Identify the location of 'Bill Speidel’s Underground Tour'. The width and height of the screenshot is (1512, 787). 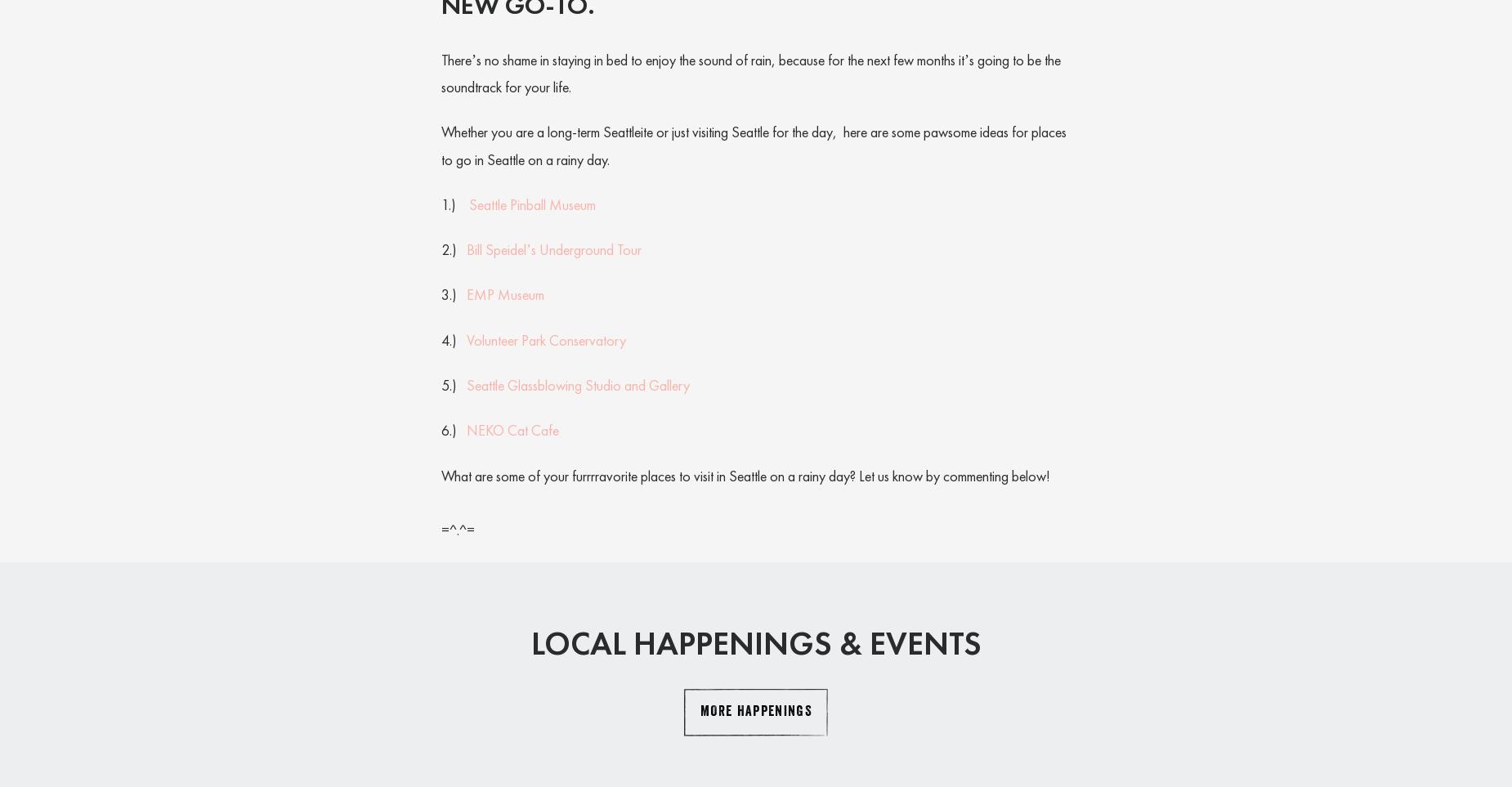
(554, 248).